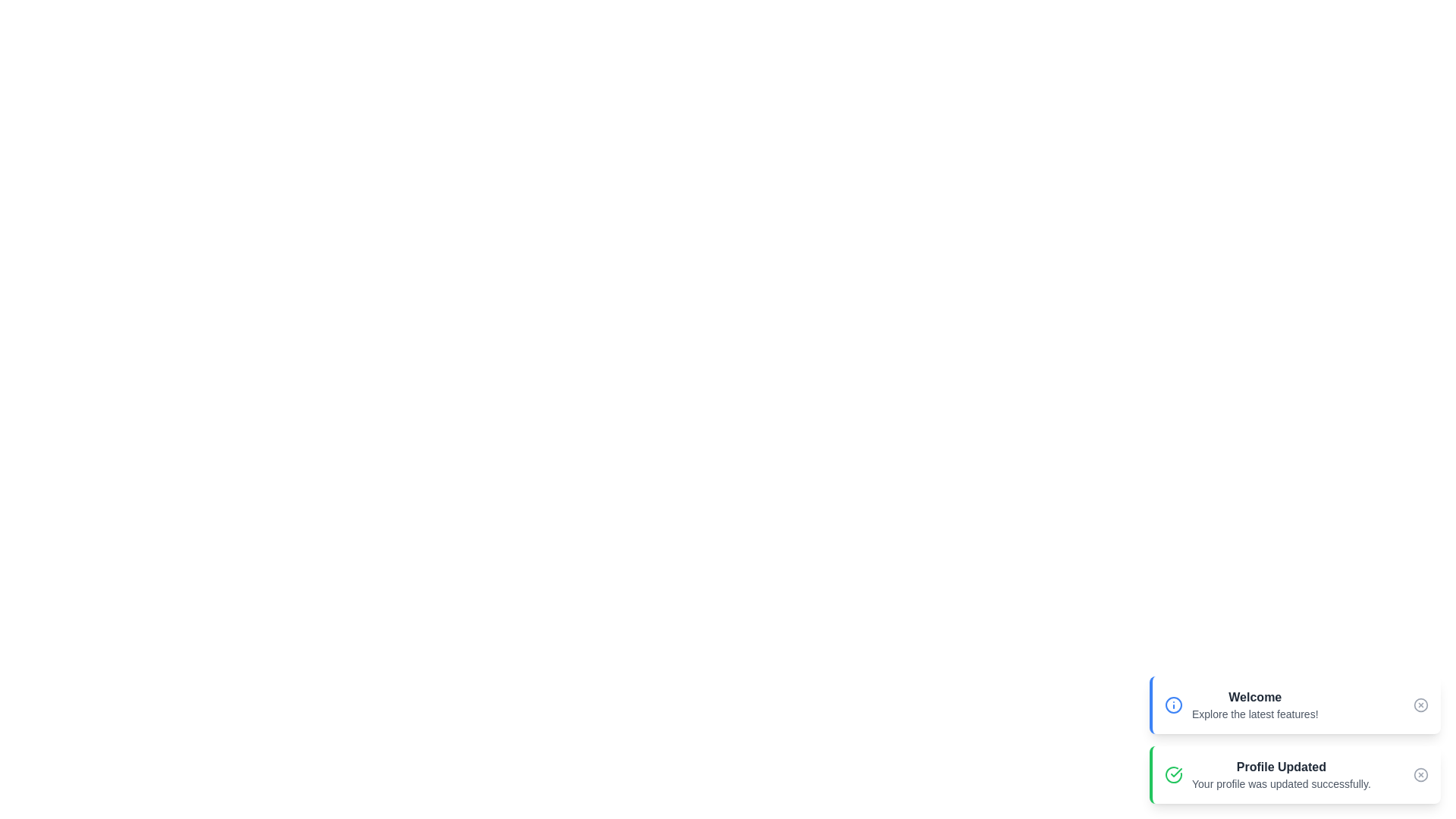 This screenshot has height=819, width=1456. What do you see at coordinates (1173, 704) in the screenshot?
I see `the icon representing the type of snackbar and describe its visual characteristics` at bounding box center [1173, 704].